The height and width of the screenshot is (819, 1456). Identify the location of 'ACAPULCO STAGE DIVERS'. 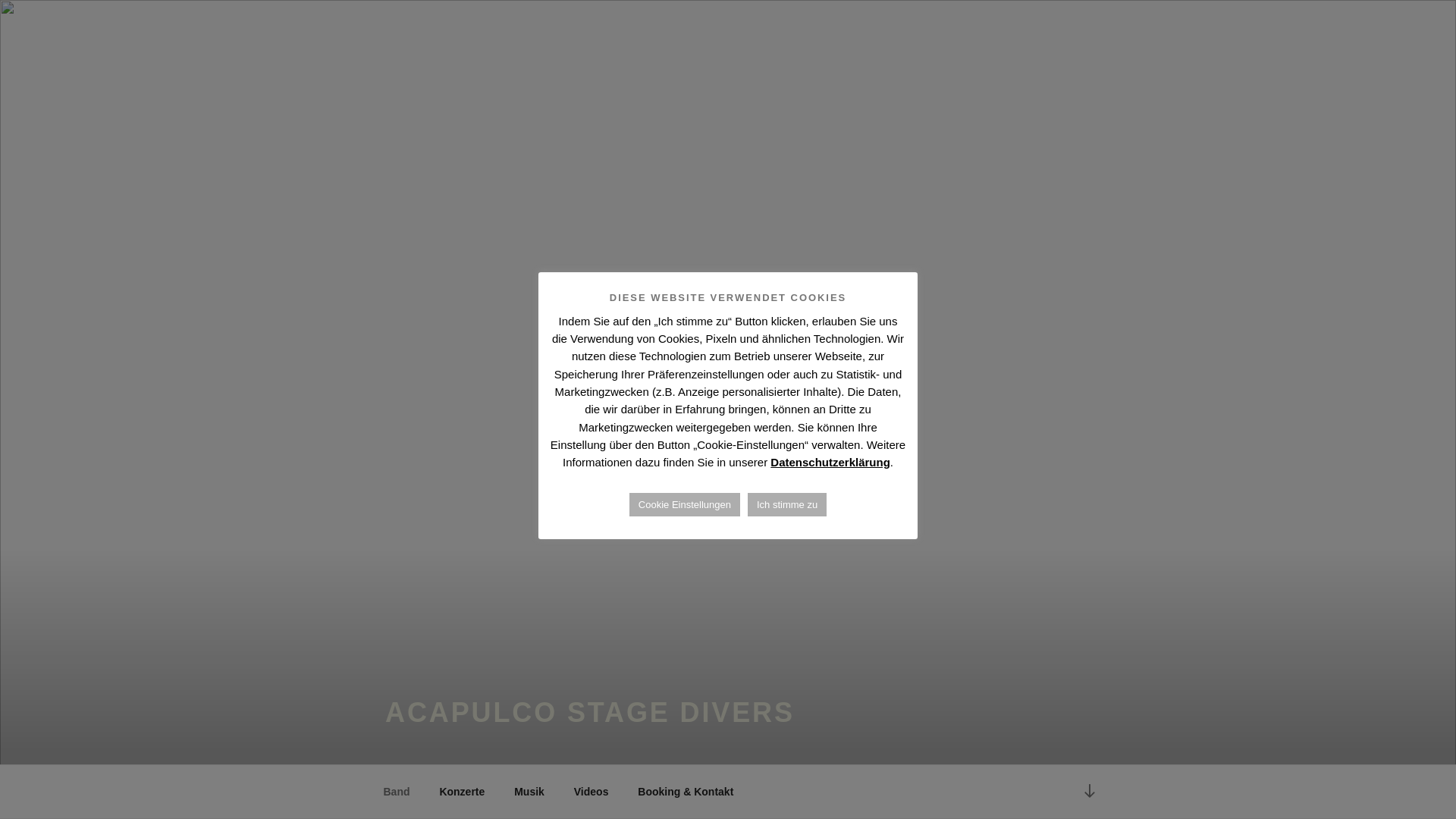
(588, 712).